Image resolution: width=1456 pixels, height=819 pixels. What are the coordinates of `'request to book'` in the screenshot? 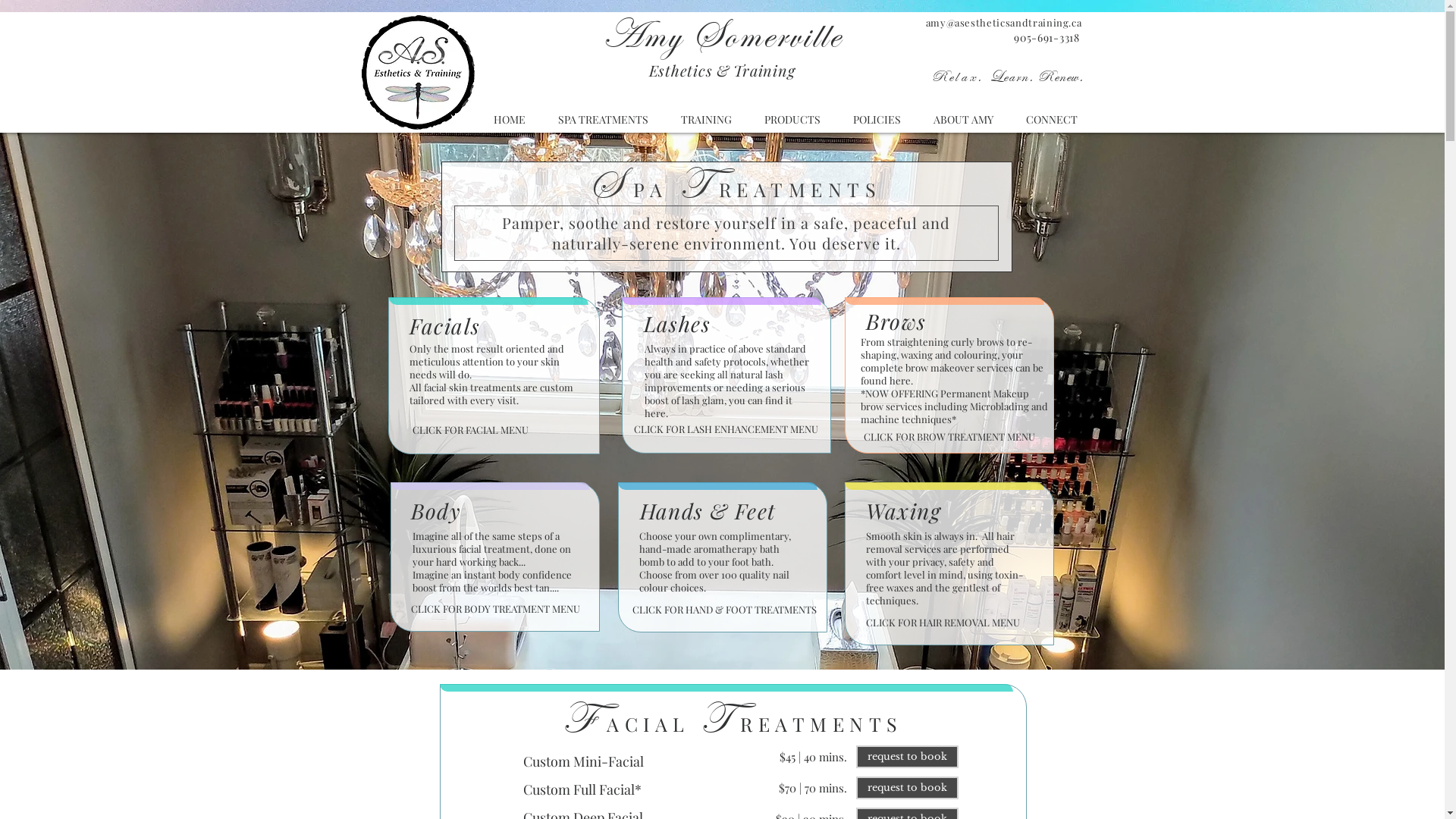 It's located at (855, 786).